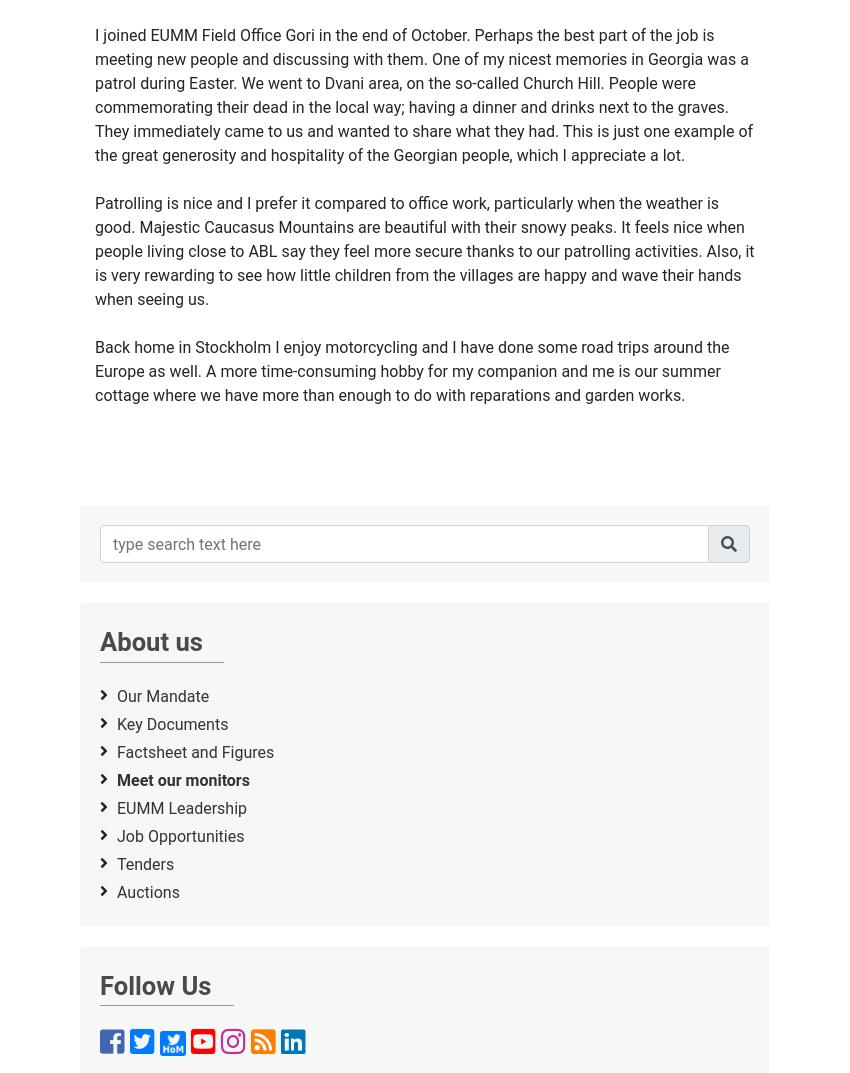  What do you see at coordinates (115, 779) in the screenshot?
I see `'Meet our monitors'` at bounding box center [115, 779].